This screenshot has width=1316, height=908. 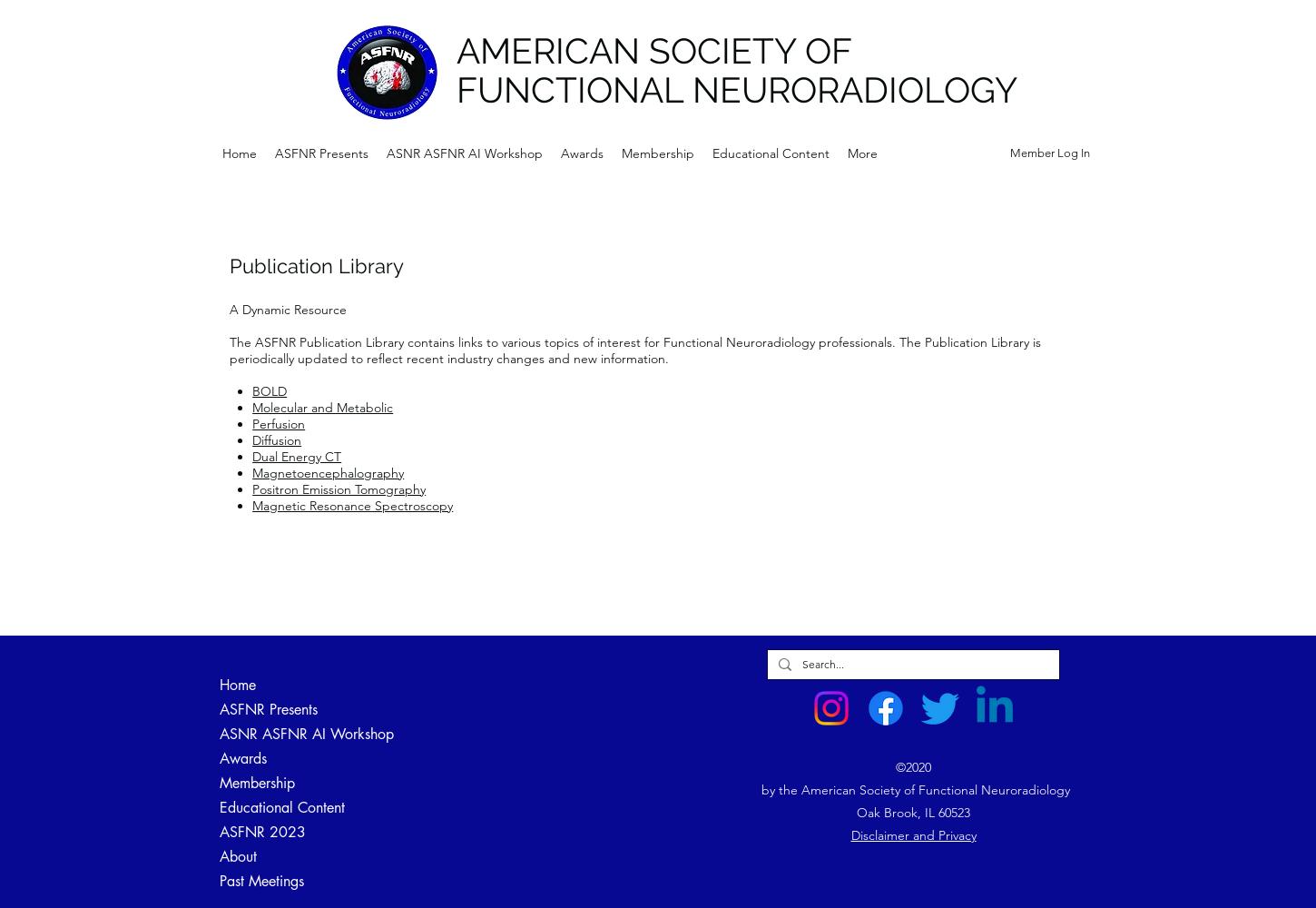 What do you see at coordinates (527, 855) in the screenshot?
I see `'Clinical Standards'` at bounding box center [527, 855].